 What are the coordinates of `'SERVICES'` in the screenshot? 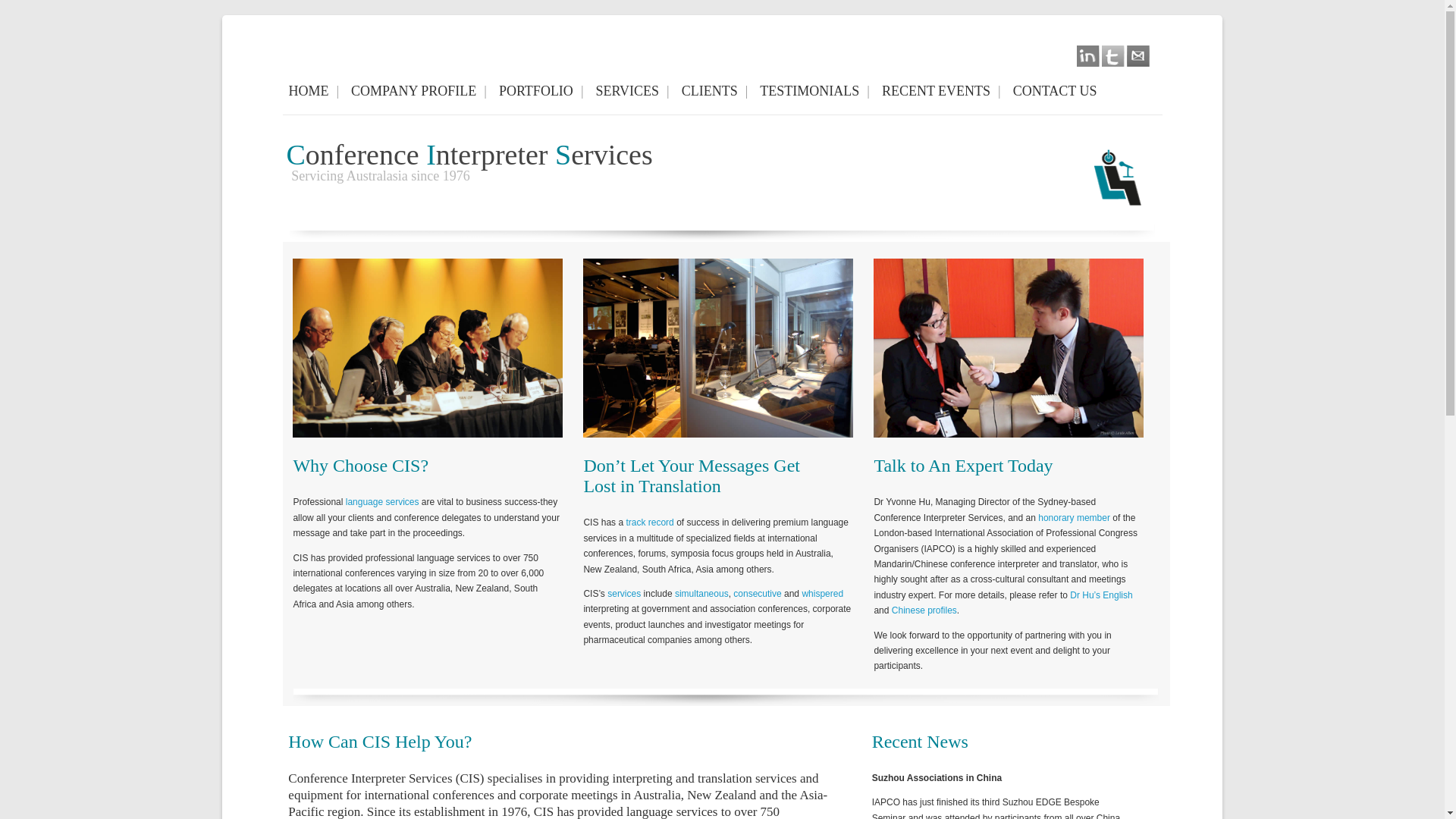 It's located at (632, 91).